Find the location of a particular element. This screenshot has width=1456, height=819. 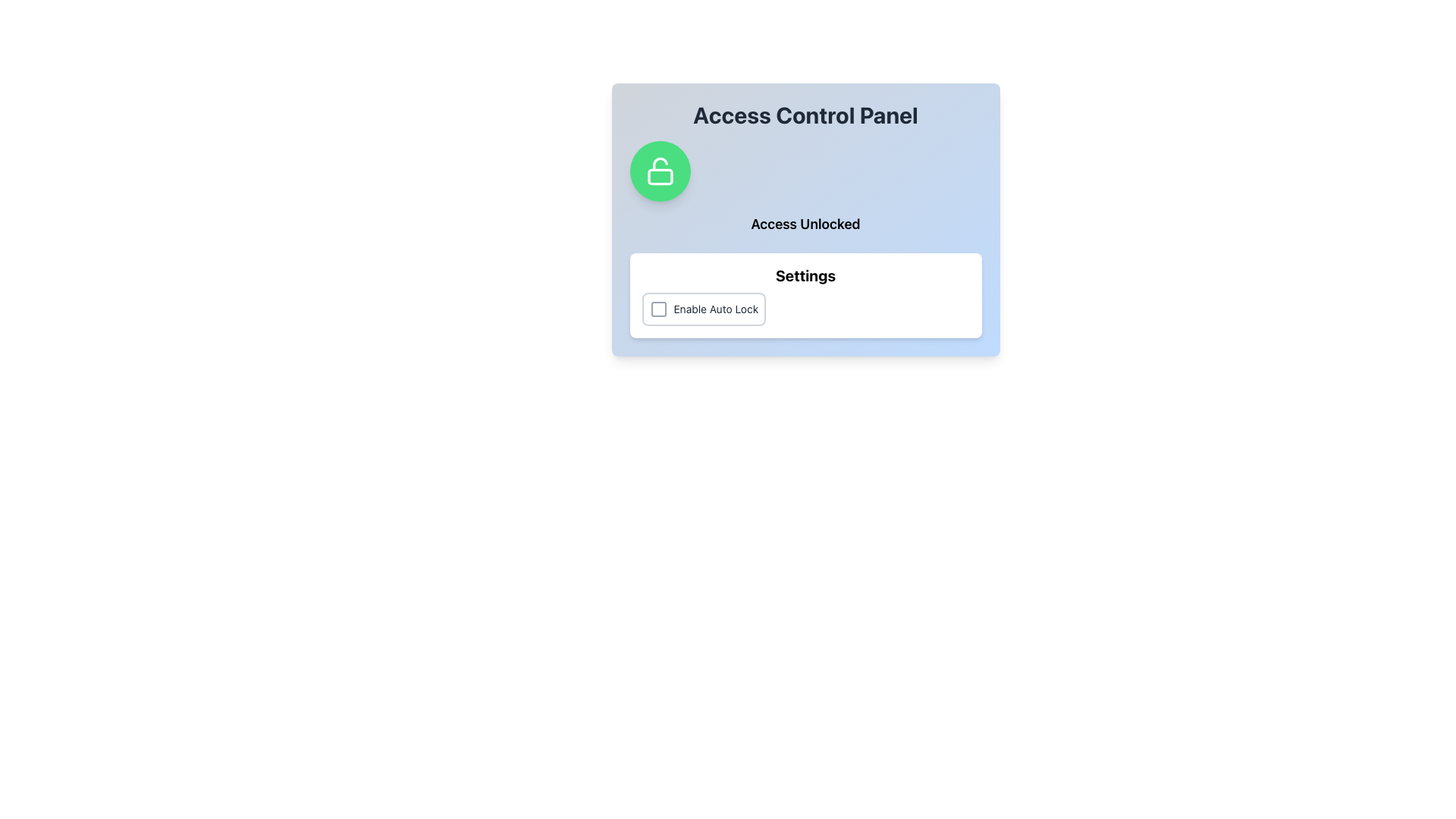

the 'Settings' text label, which is styled in bold and larger font, located at the top of a white rounded rectangle box is located at coordinates (805, 275).